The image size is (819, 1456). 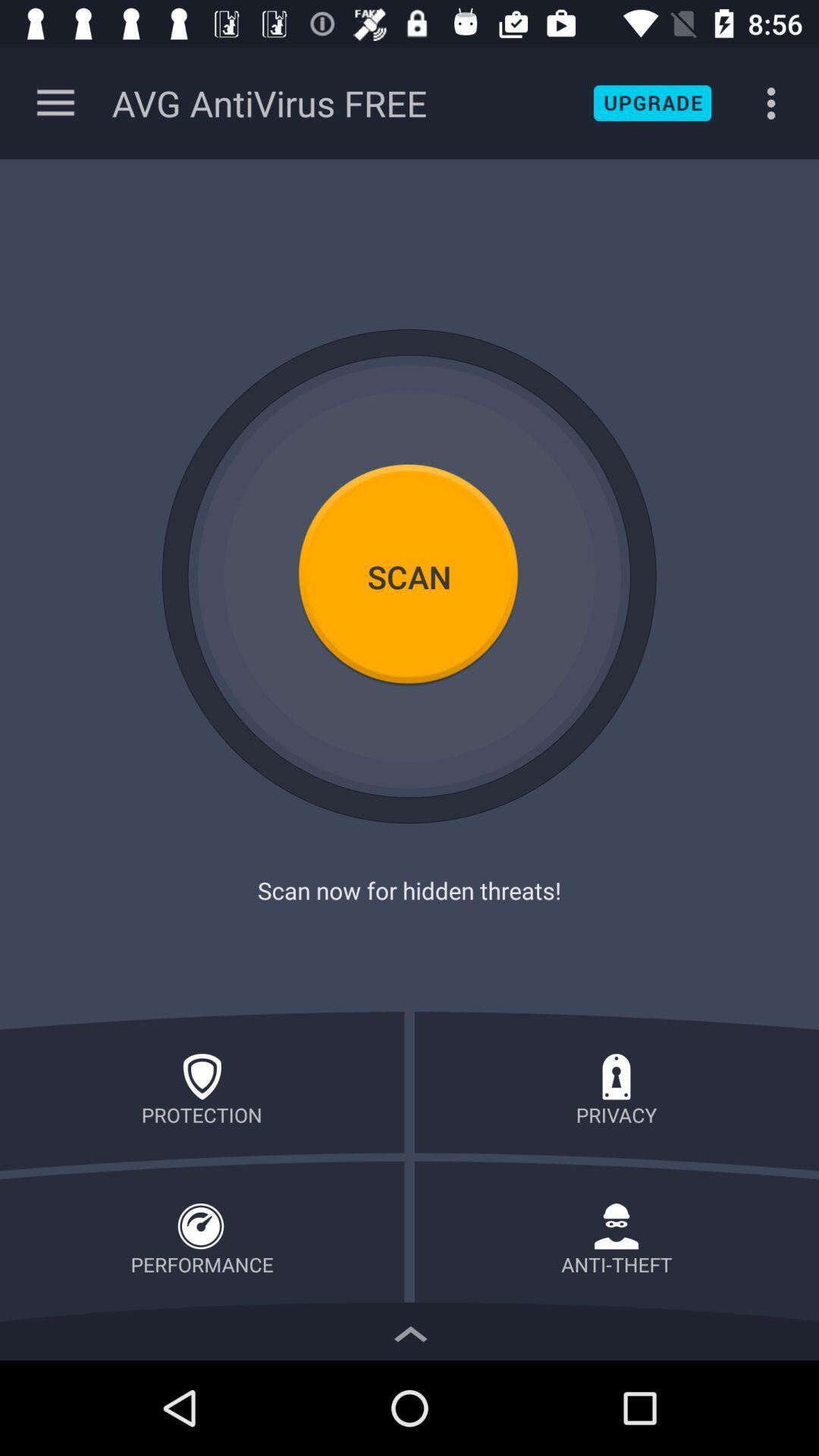 I want to click on menu option, so click(x=55, y=102).